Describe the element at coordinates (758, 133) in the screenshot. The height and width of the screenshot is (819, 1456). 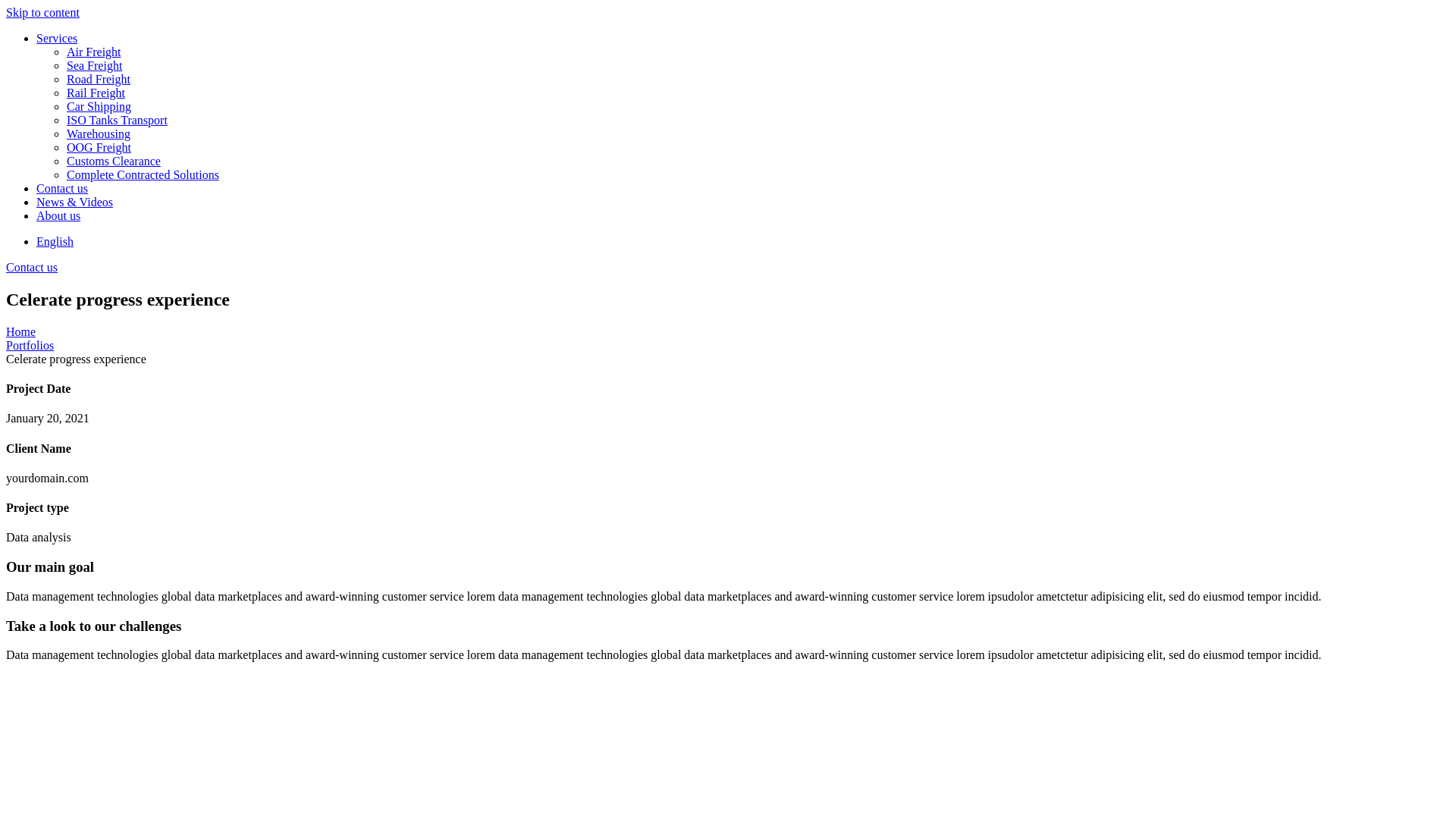
I see `'Warehousing'` at that location.